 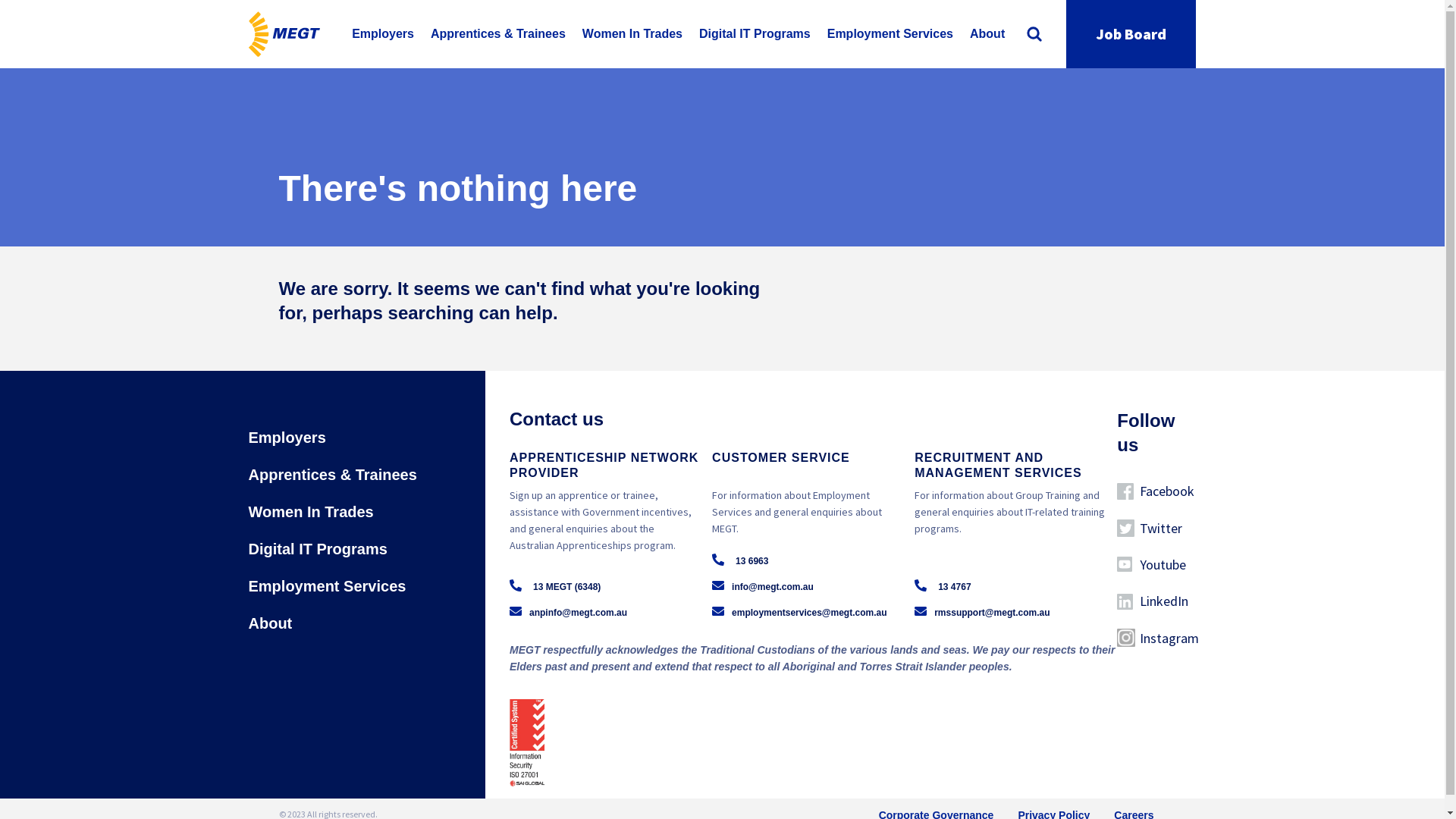 What do you see at coordinates (1156, 564) in the screenshot?
I see `'Youtube'` at bounding box center [1156, 564].